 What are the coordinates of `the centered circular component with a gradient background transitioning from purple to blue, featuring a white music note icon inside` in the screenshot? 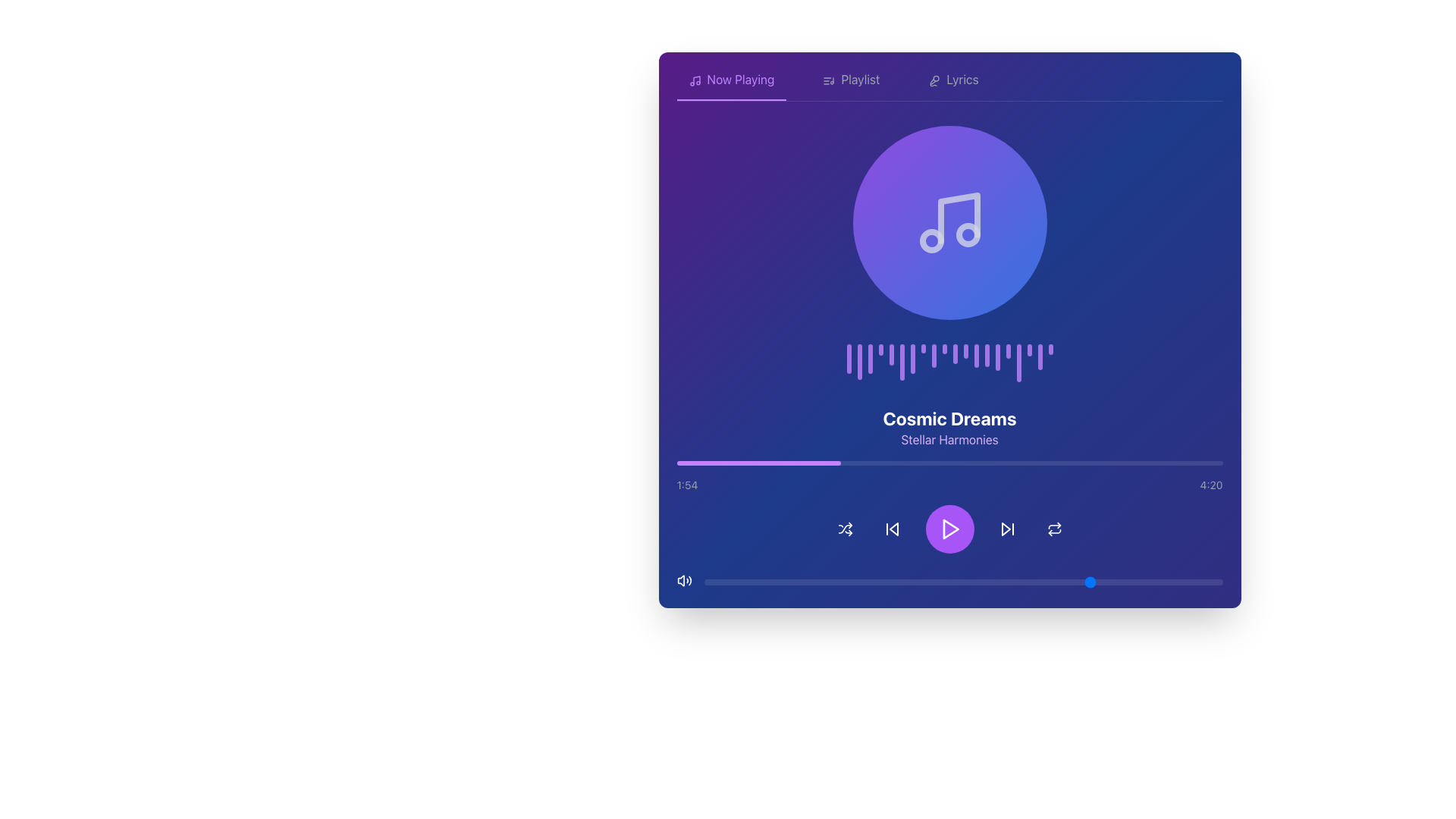 It's located at (949, 222).